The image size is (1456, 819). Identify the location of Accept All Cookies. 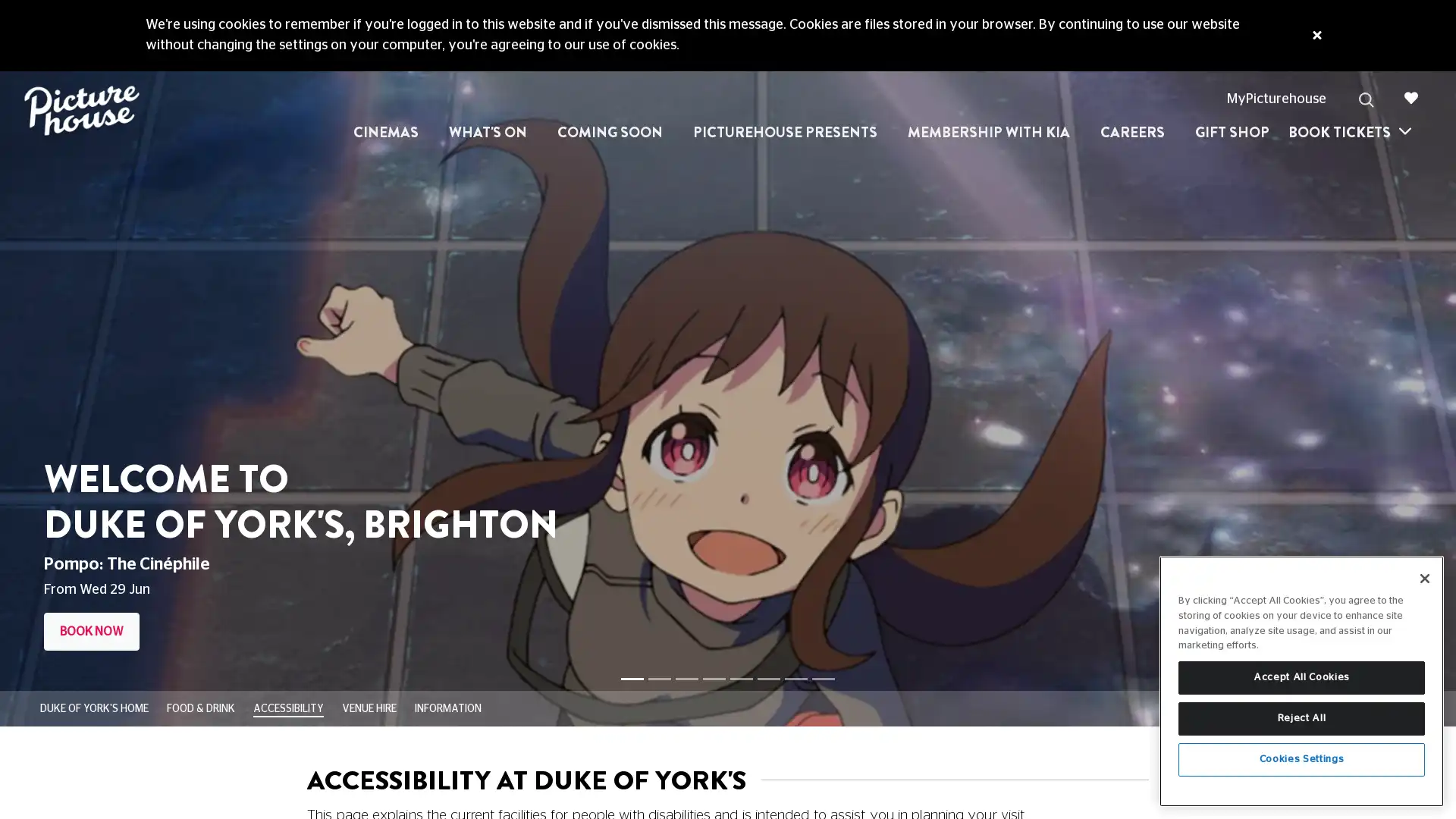
(1301, 677).